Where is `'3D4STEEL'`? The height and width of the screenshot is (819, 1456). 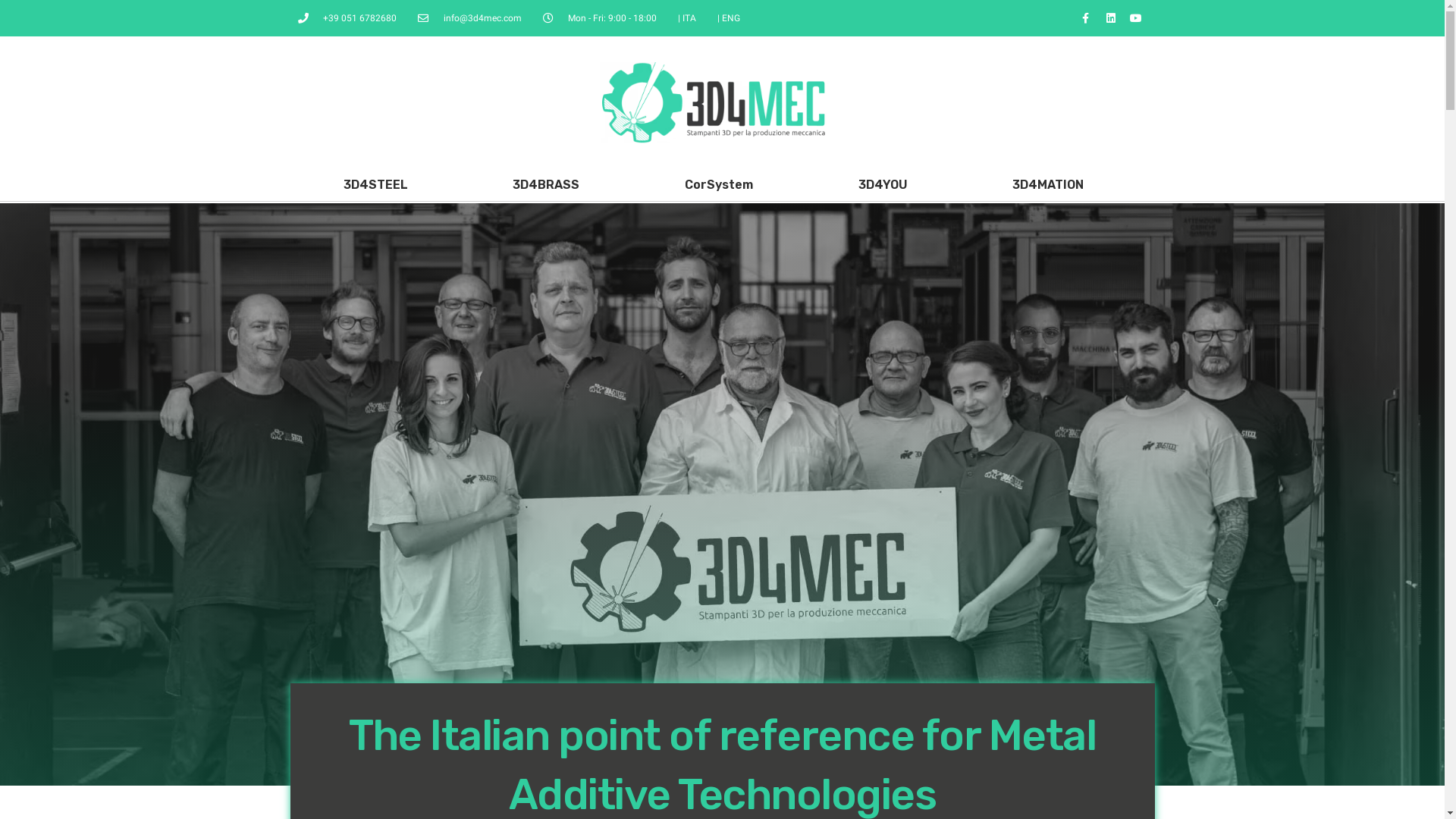
'3D4STEEL' is located at coordinates (375, 184).